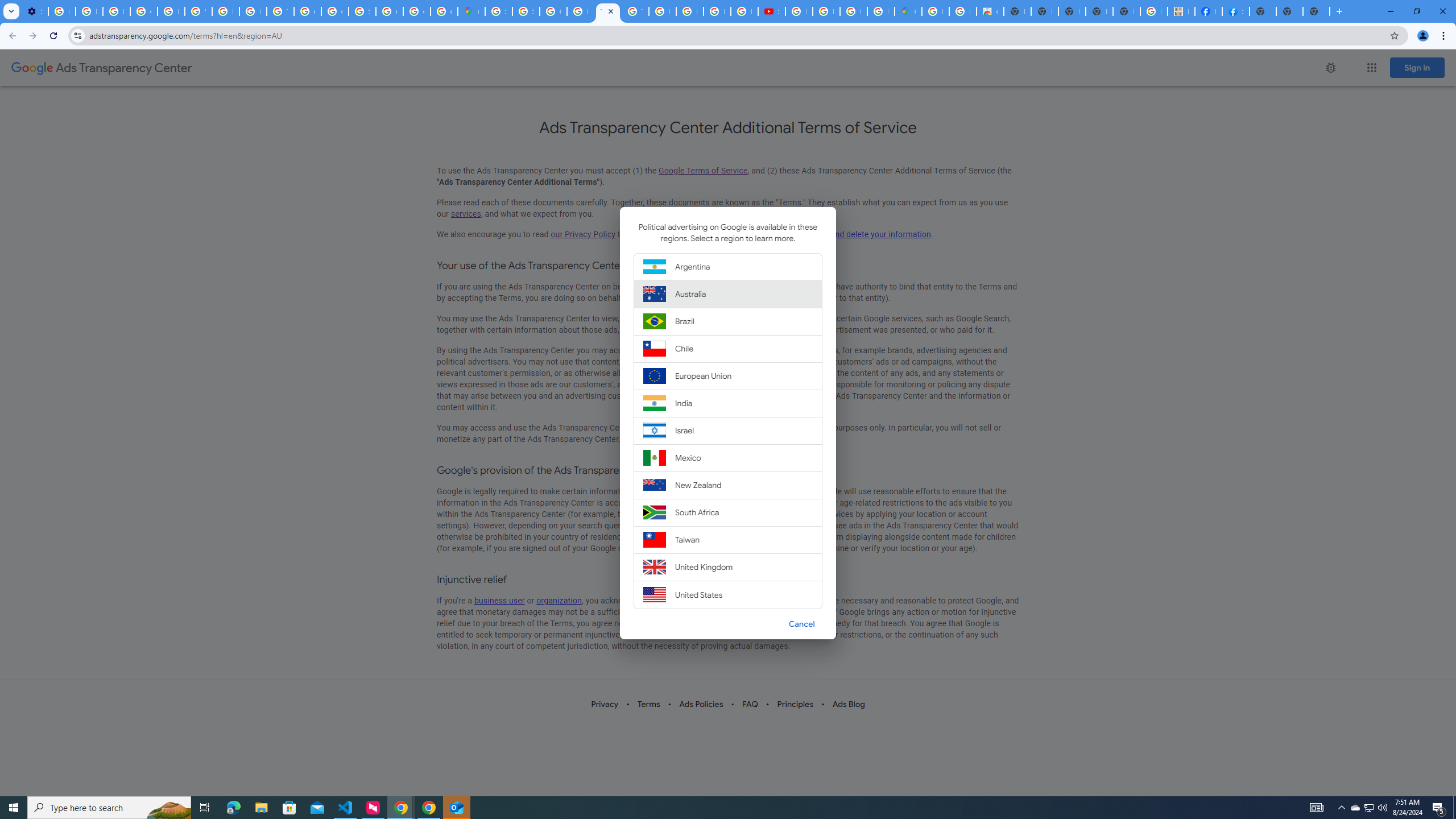  What do you see at coordinates (1316, 11) in the screenshot?
I see `'New Tab'` at bounding box center [1316, 11].